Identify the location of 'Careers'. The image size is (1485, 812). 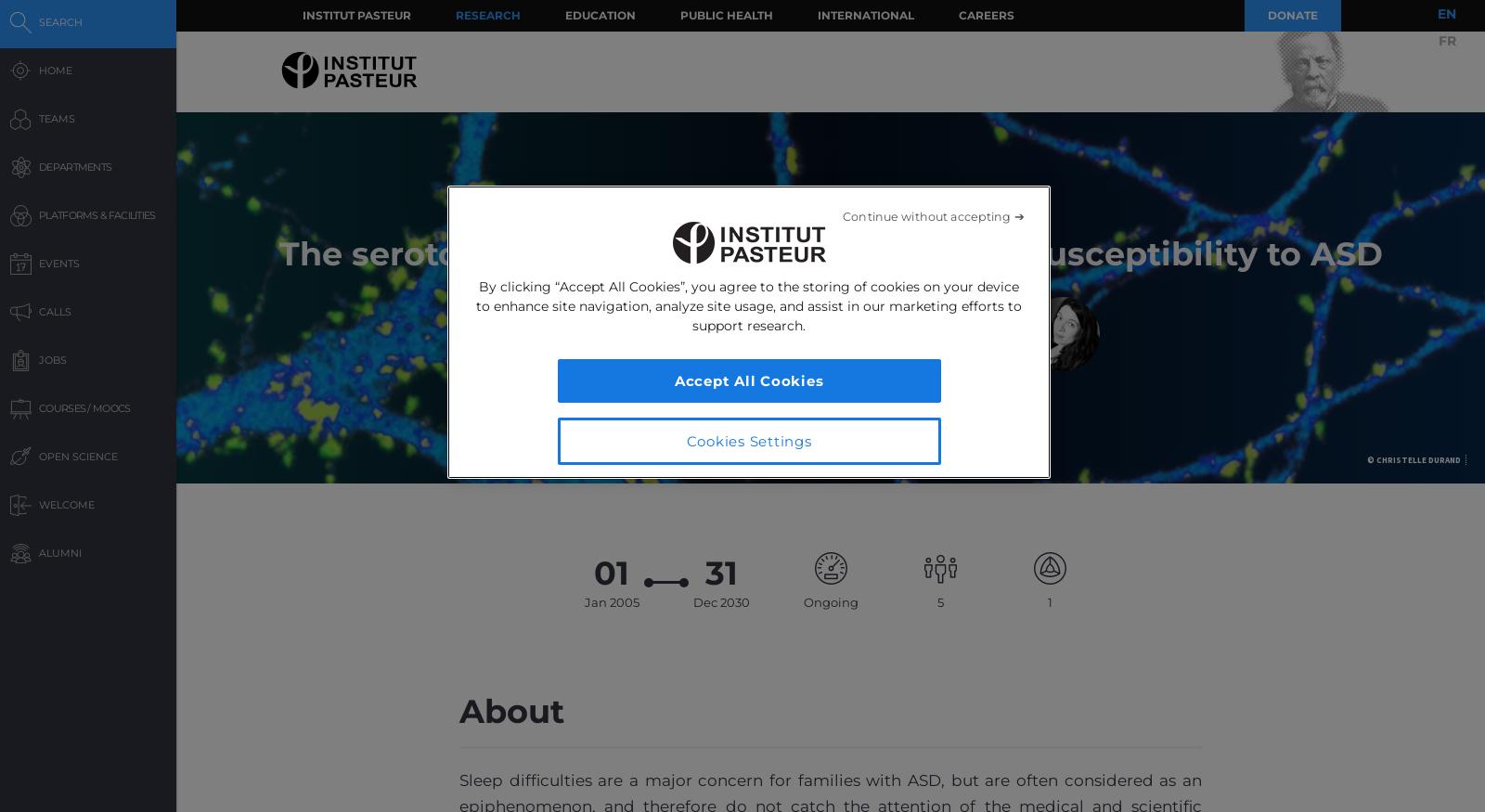
(987, 14).